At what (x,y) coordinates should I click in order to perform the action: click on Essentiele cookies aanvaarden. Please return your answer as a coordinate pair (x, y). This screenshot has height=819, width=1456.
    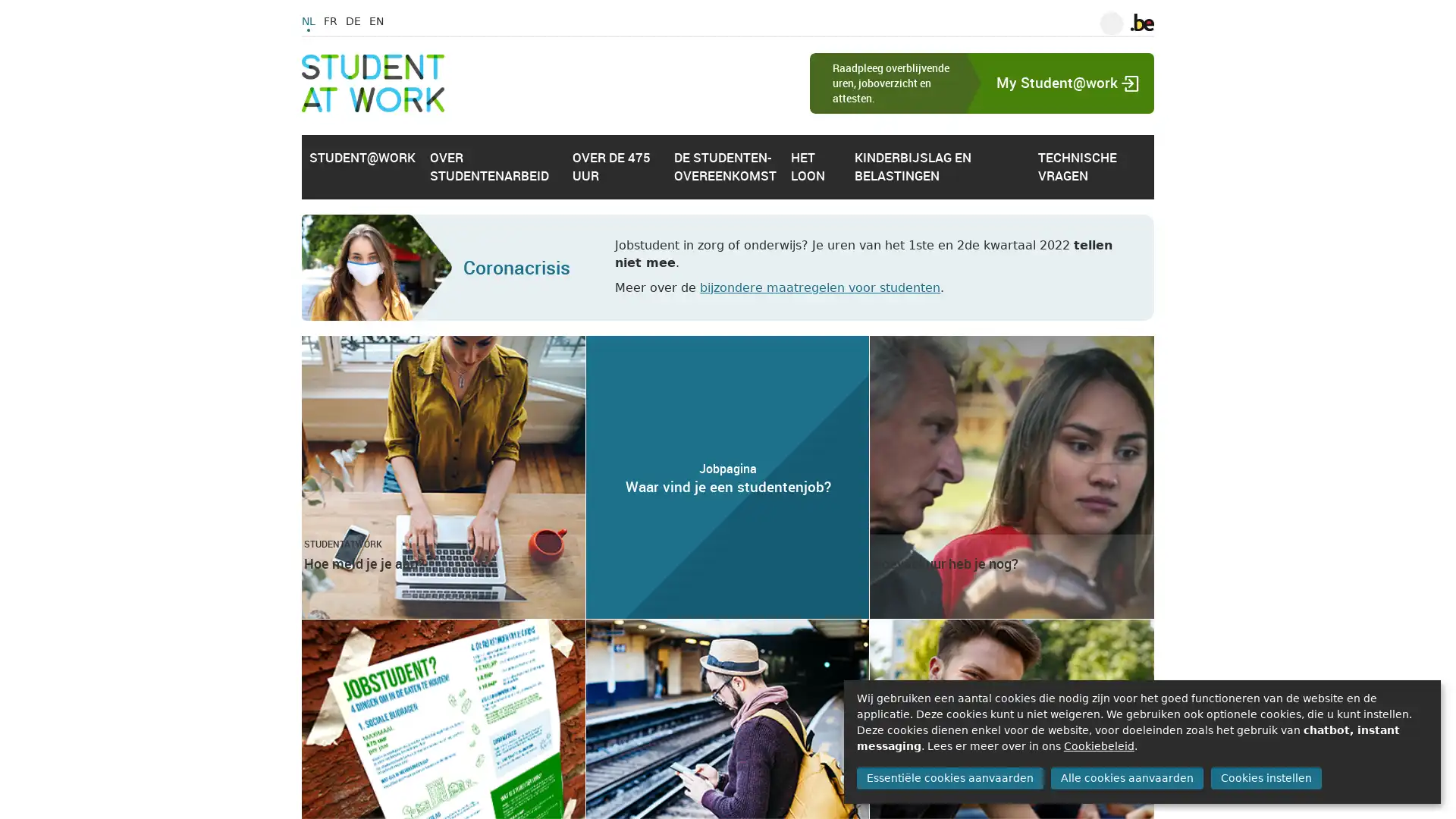
    Looking at the image, I should click on (949, 778).